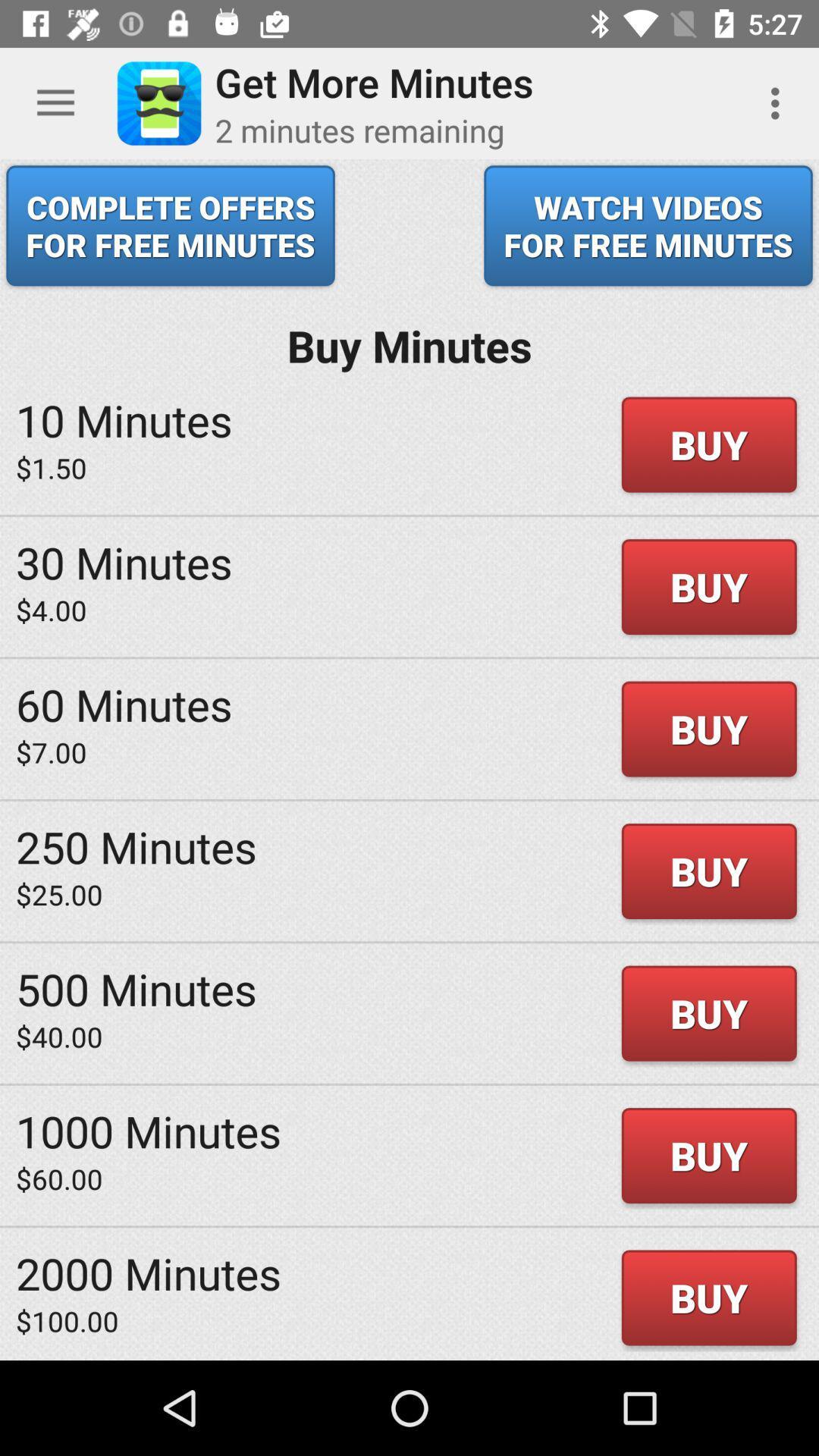  What do you see at coordinates (158, 103) in the screenshot?
I see `the icon which is after menu option` at bounding box center [158, 103].